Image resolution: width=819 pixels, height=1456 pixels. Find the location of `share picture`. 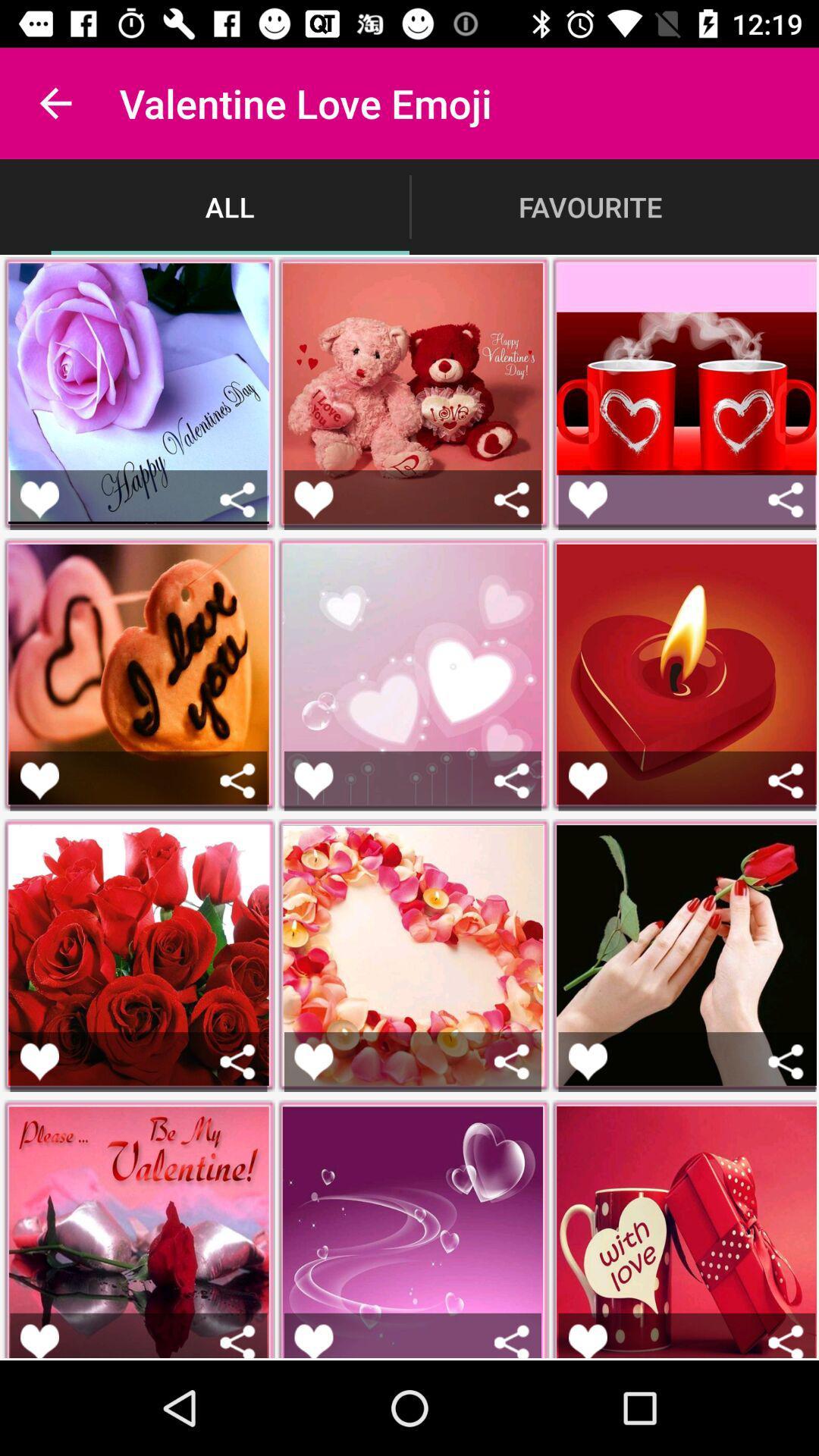

share picture is located at coordinates (237, 1061).